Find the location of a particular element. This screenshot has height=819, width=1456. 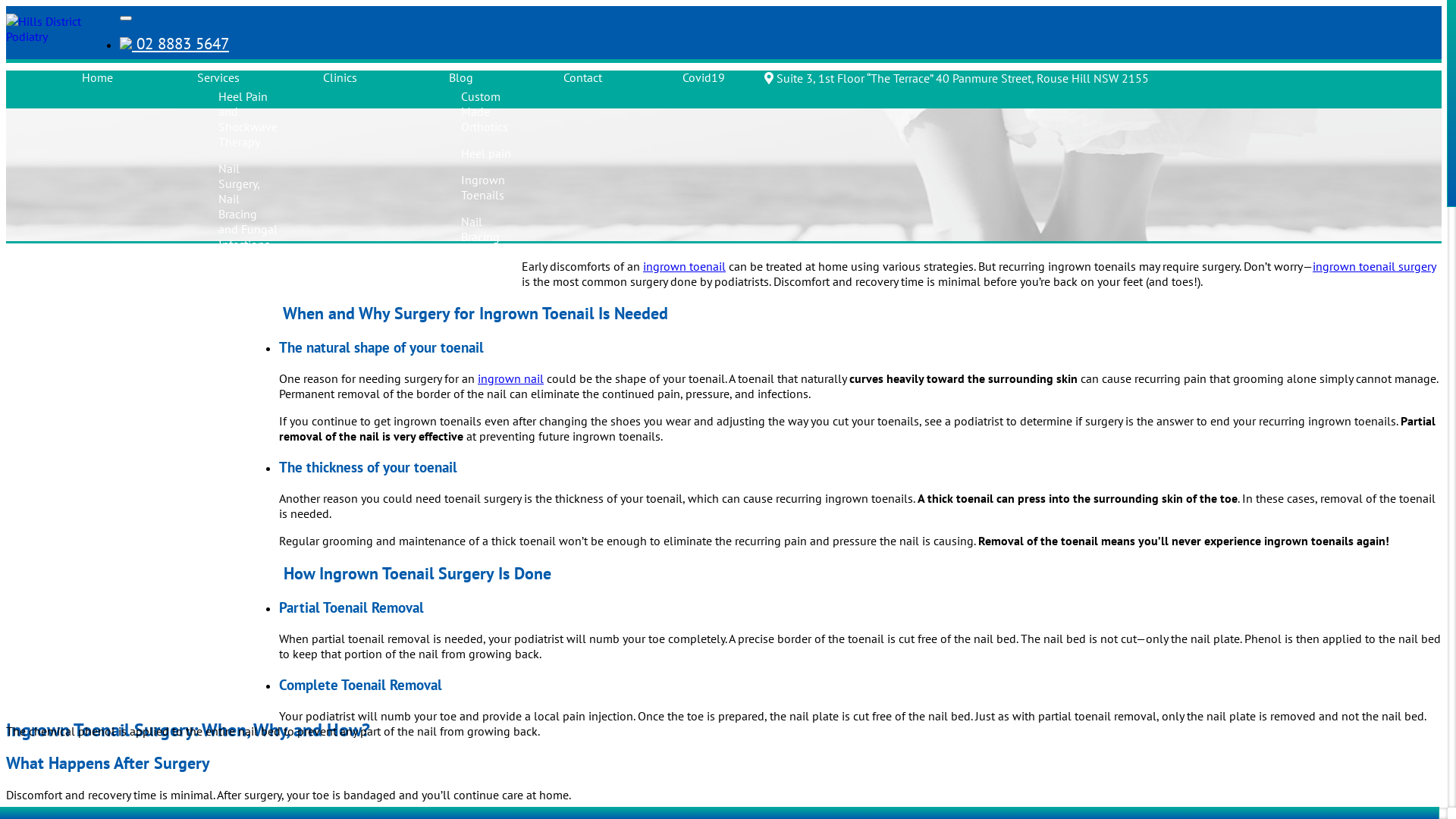

'Home' is located at coordinates (96, 77).